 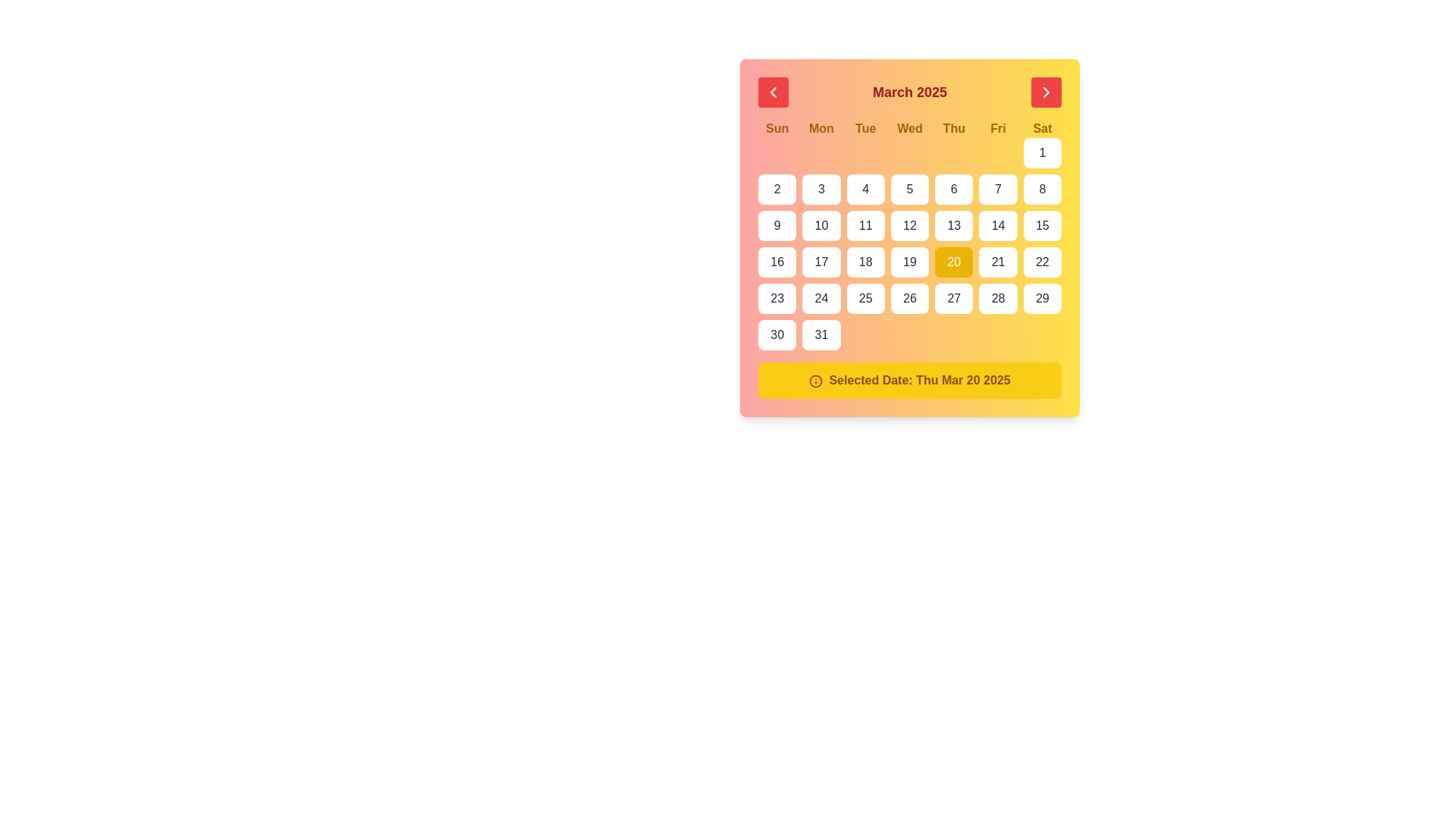 What do you see at coordinates (777, 334) in the screenshot?
I see `the square-shaped button with the text '30' in dark gray, located in the lower left corner of the calendar grid` at bounding box center [777, 334].